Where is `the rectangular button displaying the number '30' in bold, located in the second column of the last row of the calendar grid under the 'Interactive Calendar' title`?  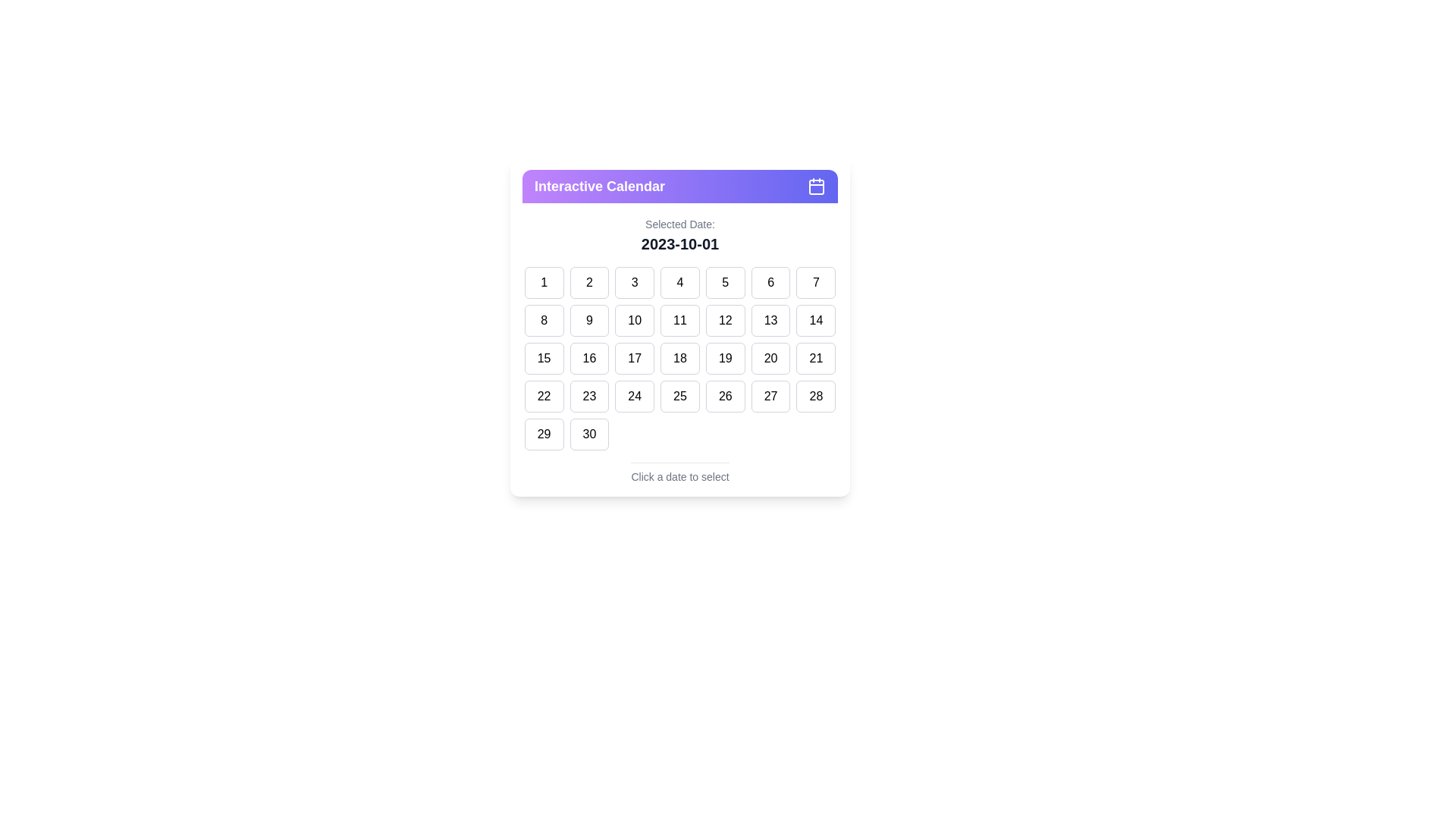 the rectangular button displaying the number '30' in bold, located in the second column of the last row of the calendar grid under the 'Interactive Calendar' title is located at coordinates (588, 435).